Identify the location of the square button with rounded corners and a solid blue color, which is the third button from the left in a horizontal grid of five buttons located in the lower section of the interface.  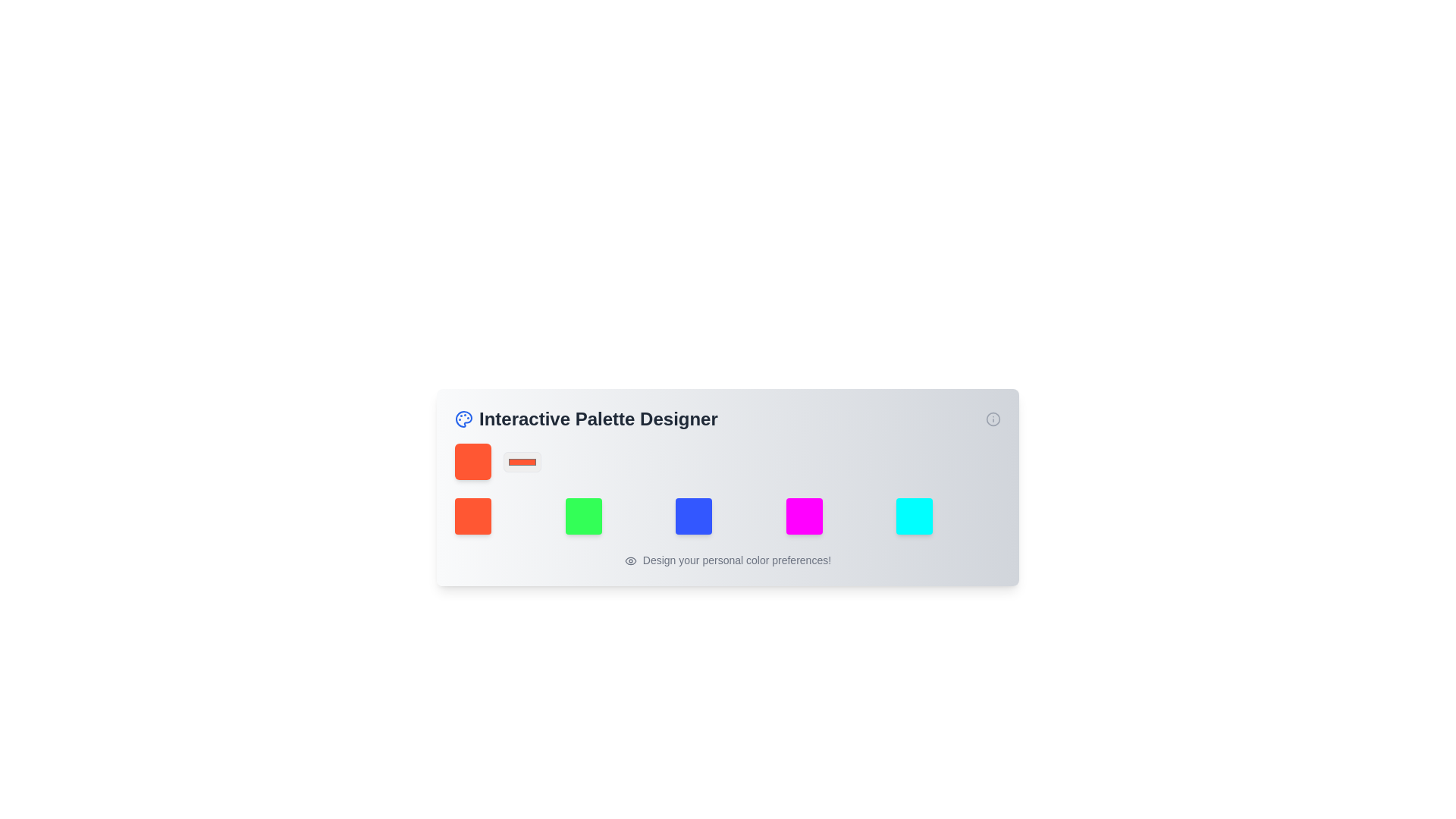
(693, 516).